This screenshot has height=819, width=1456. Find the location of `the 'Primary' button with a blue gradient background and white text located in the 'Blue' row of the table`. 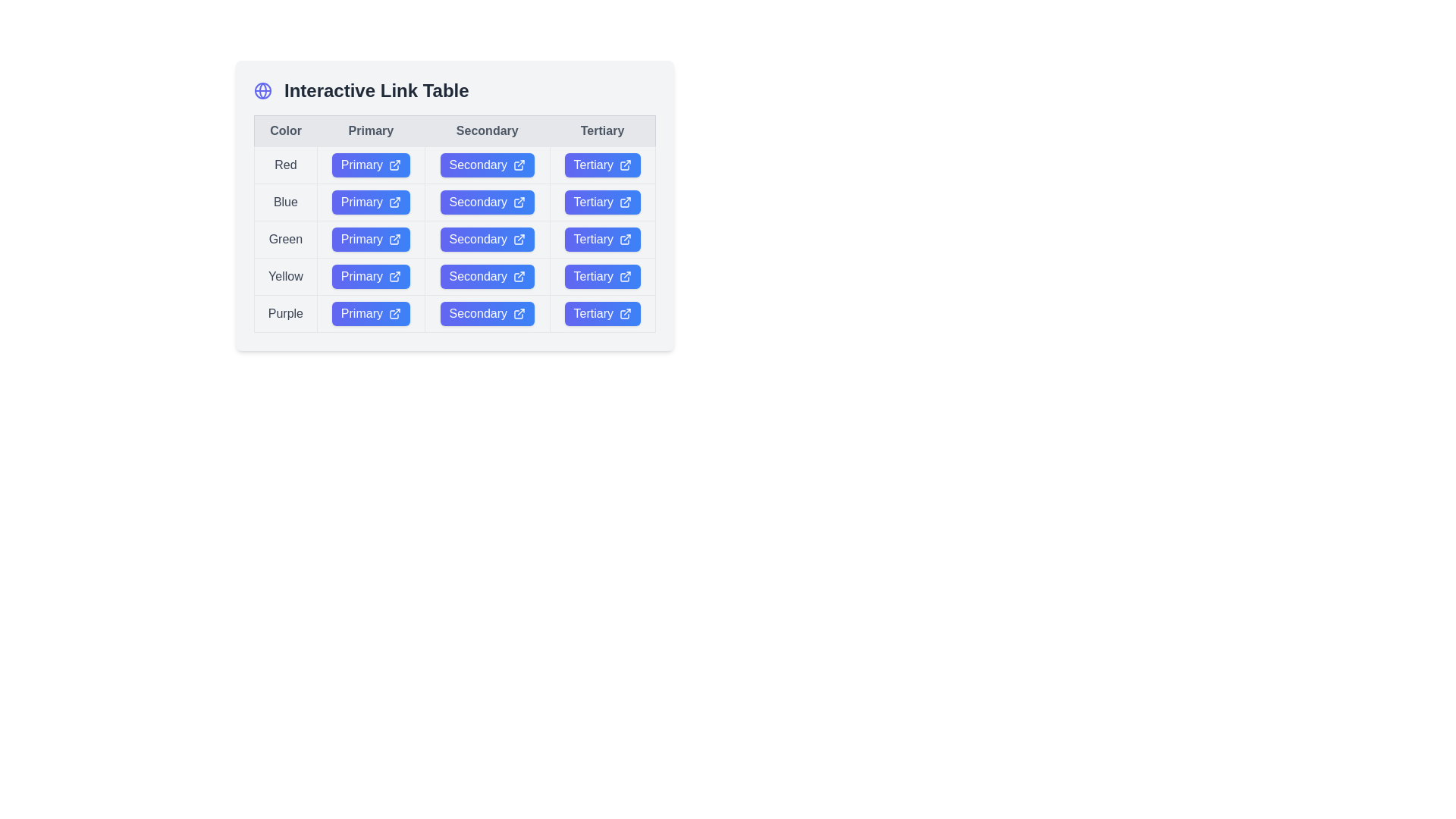

the 'Primary' button with a blue gradient background and white text located in the 'Blue' row of the table is located at coordinates (371, 201).